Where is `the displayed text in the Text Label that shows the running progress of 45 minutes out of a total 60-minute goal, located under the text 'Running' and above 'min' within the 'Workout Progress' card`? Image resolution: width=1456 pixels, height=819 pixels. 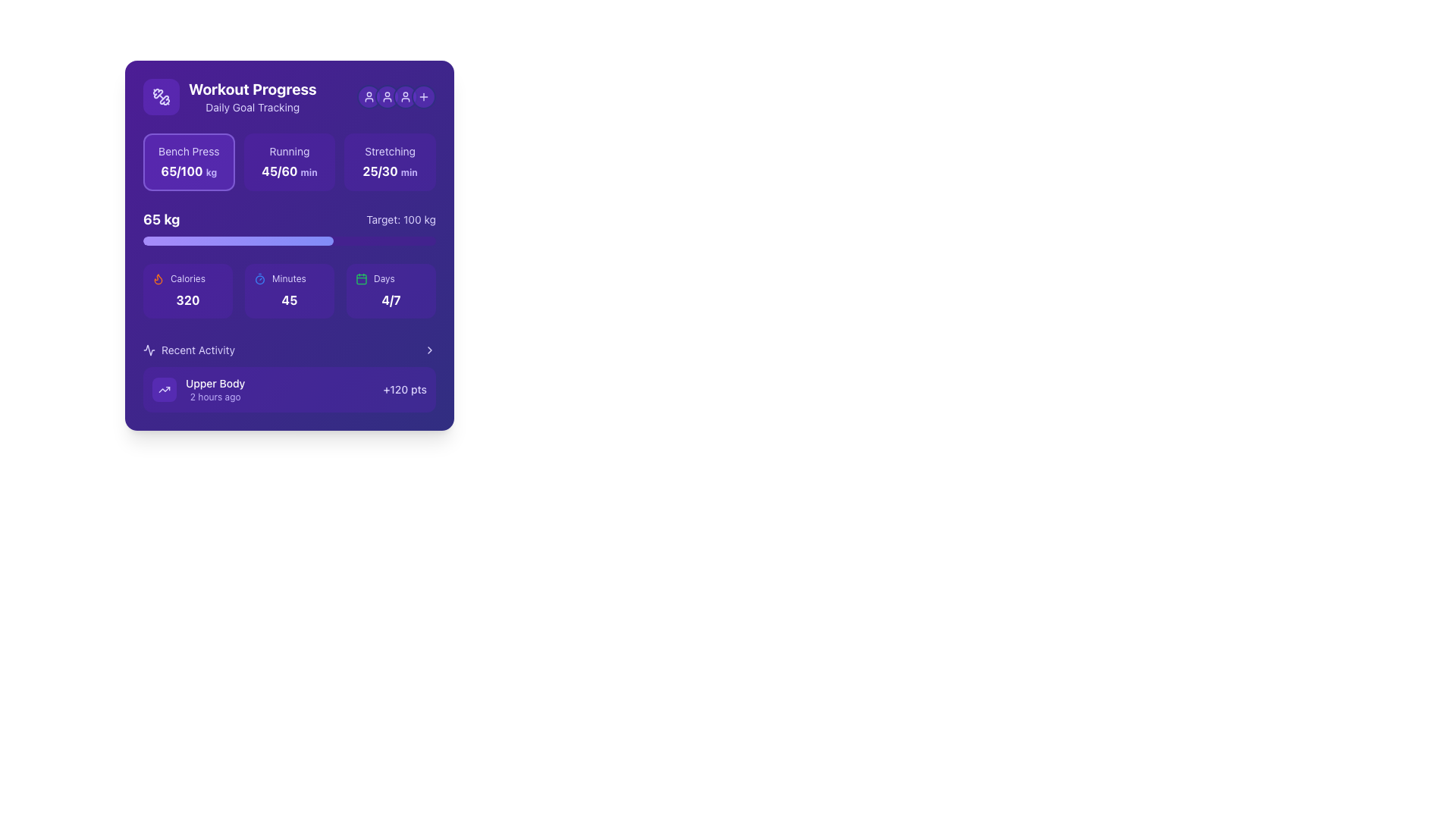 the displayed text in the Text Label that shows the running progress of 45 minutes out of a total 60-minute goal, located under the text 'Running' and above 'min' within the 'Workout Progress' card is located at coordinates (290, 171).